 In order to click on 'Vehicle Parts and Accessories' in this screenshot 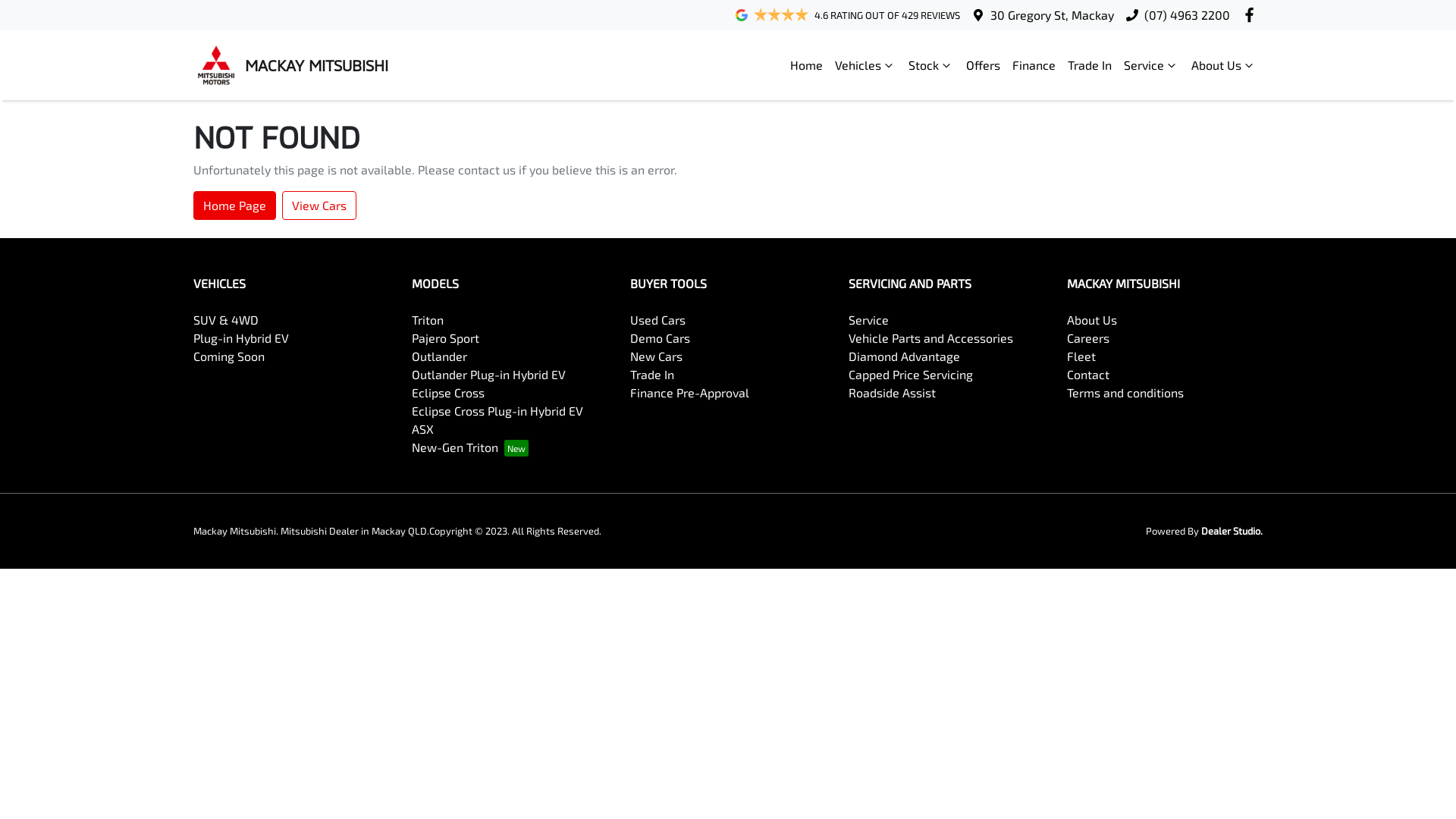, I will do `click(847, 337)`.